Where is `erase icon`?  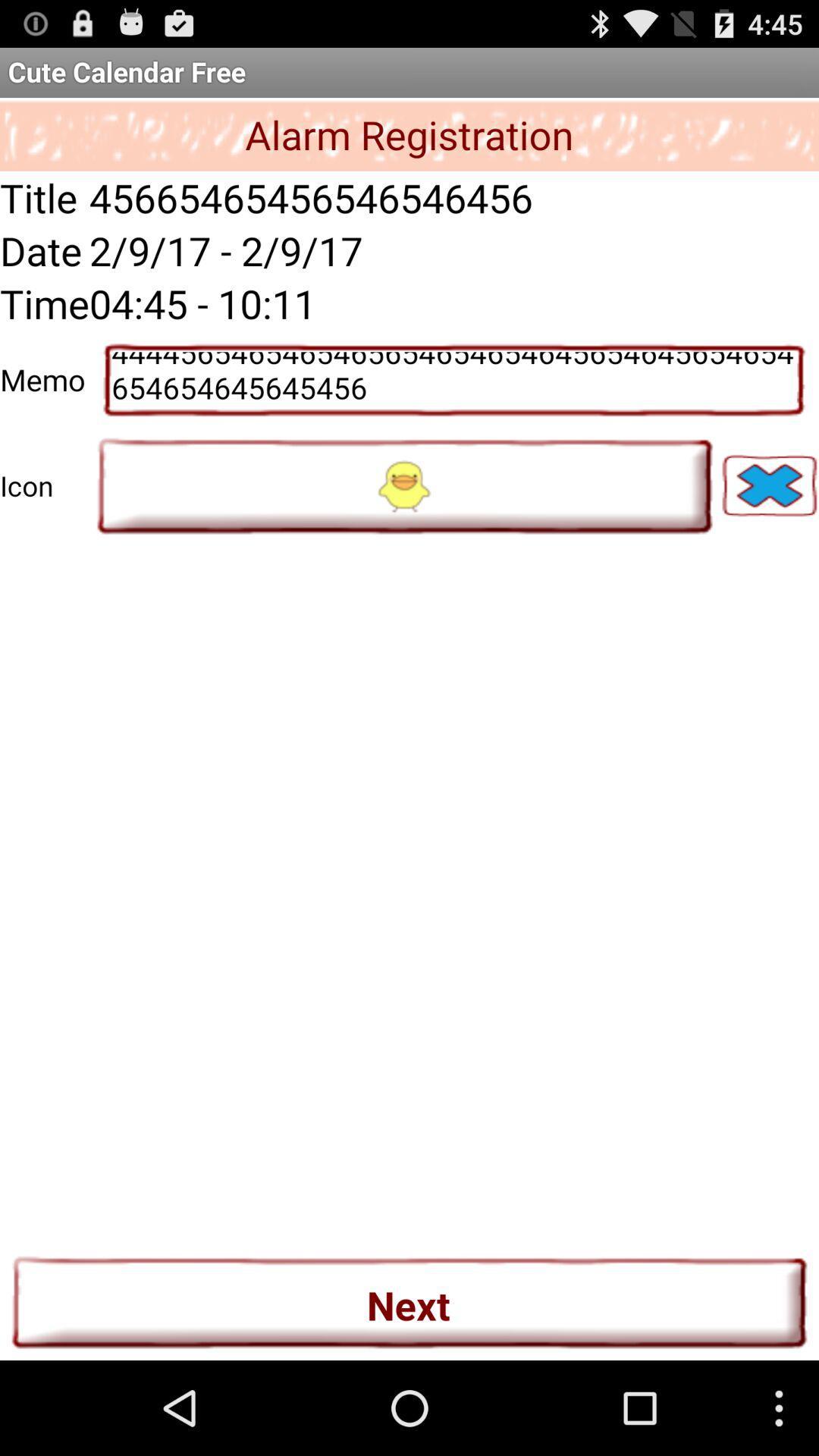
erase icon is located at coordinates (769, 485).